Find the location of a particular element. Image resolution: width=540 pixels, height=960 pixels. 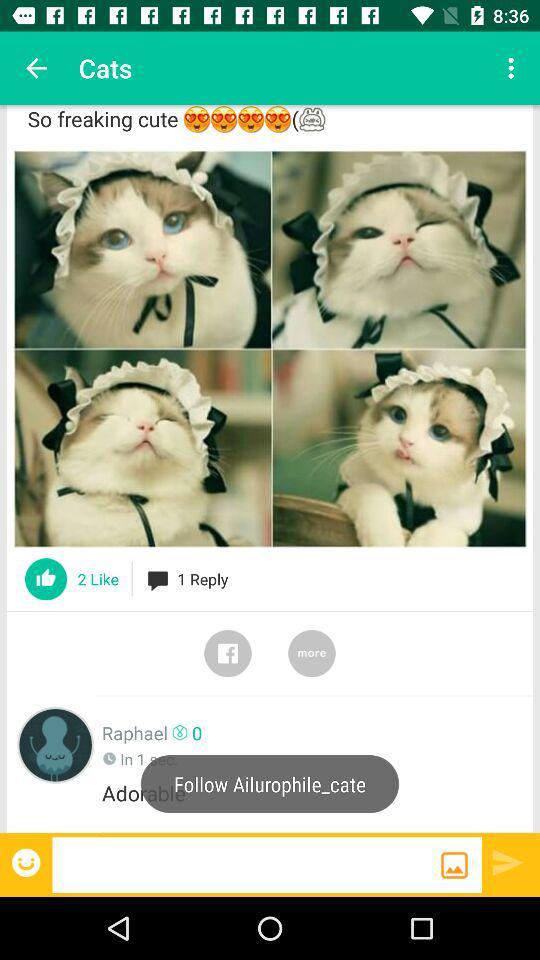

open image is located at coordinates (270, 349).